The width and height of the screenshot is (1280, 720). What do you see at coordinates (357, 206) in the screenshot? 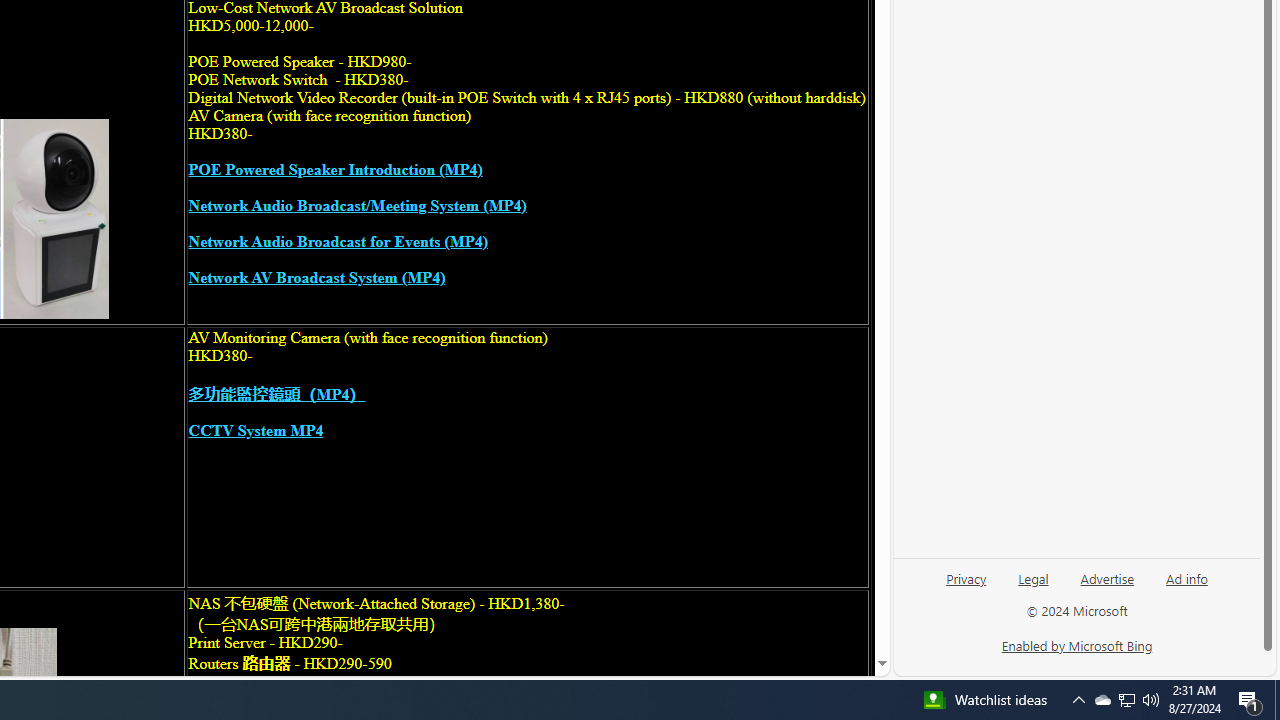
I see `'Network Audio Broadcast/Meeting System (MP4)'` at bounding box center [357, 206].